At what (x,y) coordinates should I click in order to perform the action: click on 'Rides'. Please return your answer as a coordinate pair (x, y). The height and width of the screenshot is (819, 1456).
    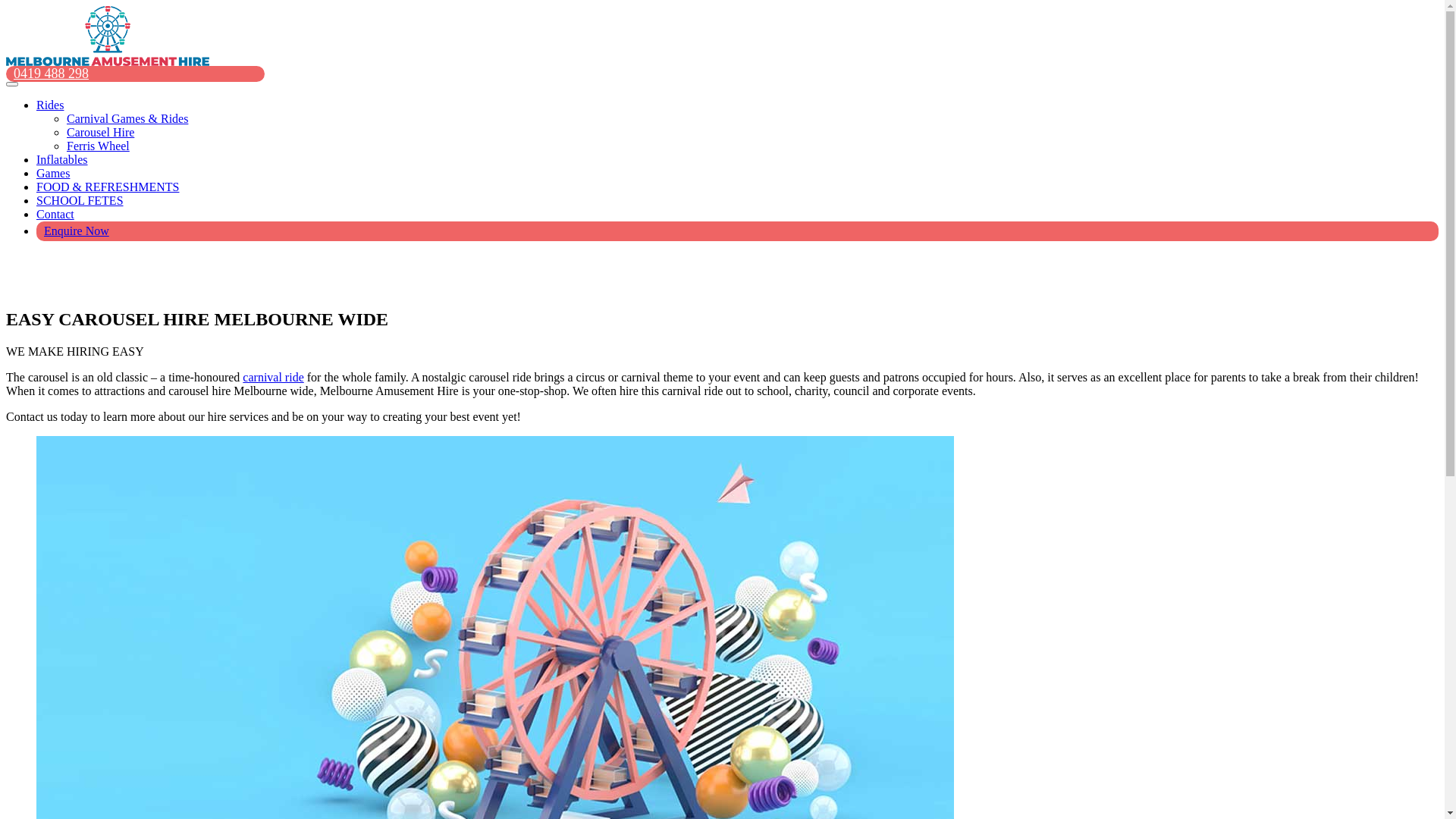
    Looking at the image, I should click on (50, 104).